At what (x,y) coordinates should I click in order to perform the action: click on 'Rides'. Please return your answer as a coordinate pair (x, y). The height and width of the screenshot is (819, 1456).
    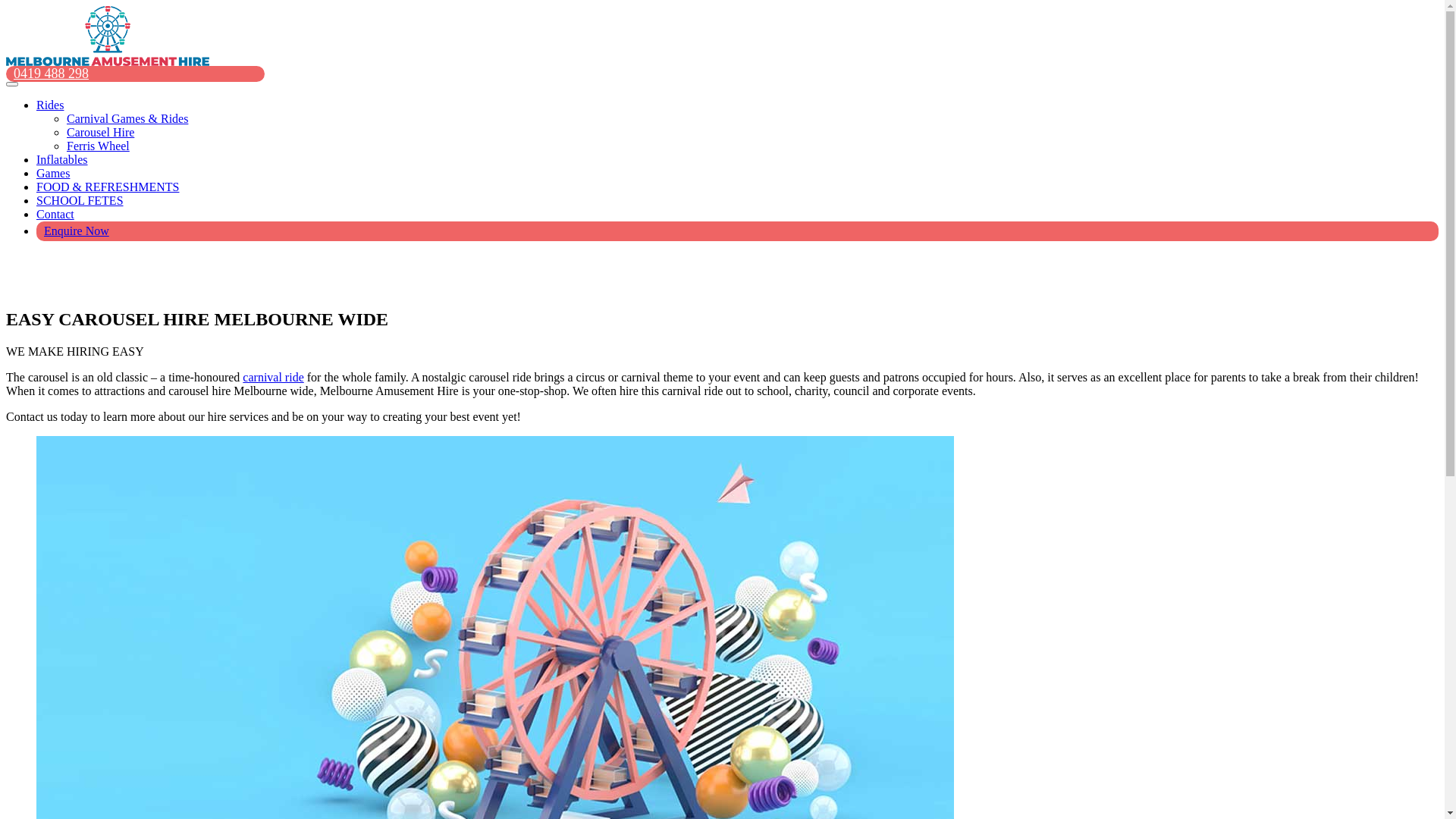
    Looking at the image, I should click on (50, 104).